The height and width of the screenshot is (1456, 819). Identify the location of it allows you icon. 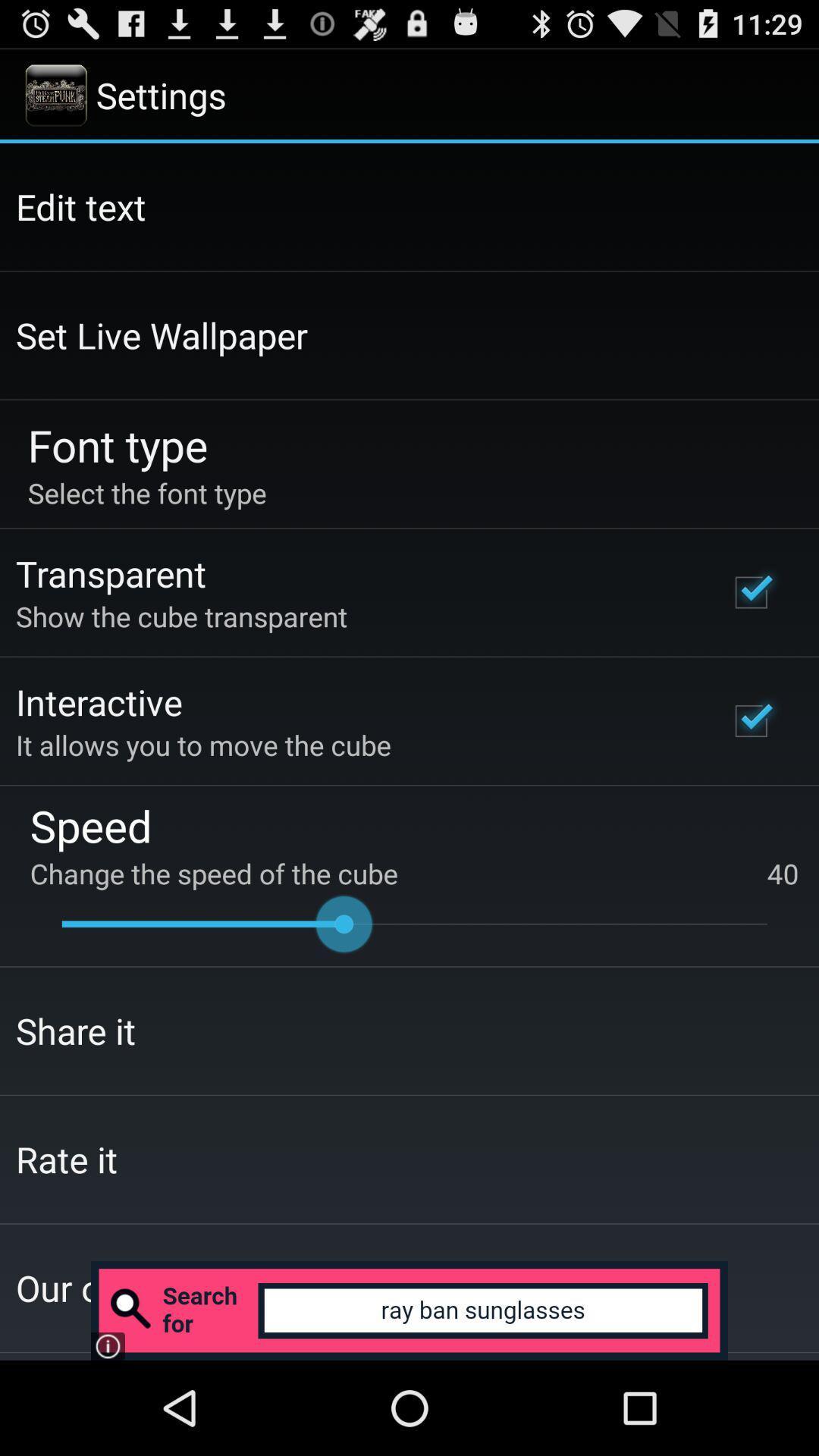
(202, 745).